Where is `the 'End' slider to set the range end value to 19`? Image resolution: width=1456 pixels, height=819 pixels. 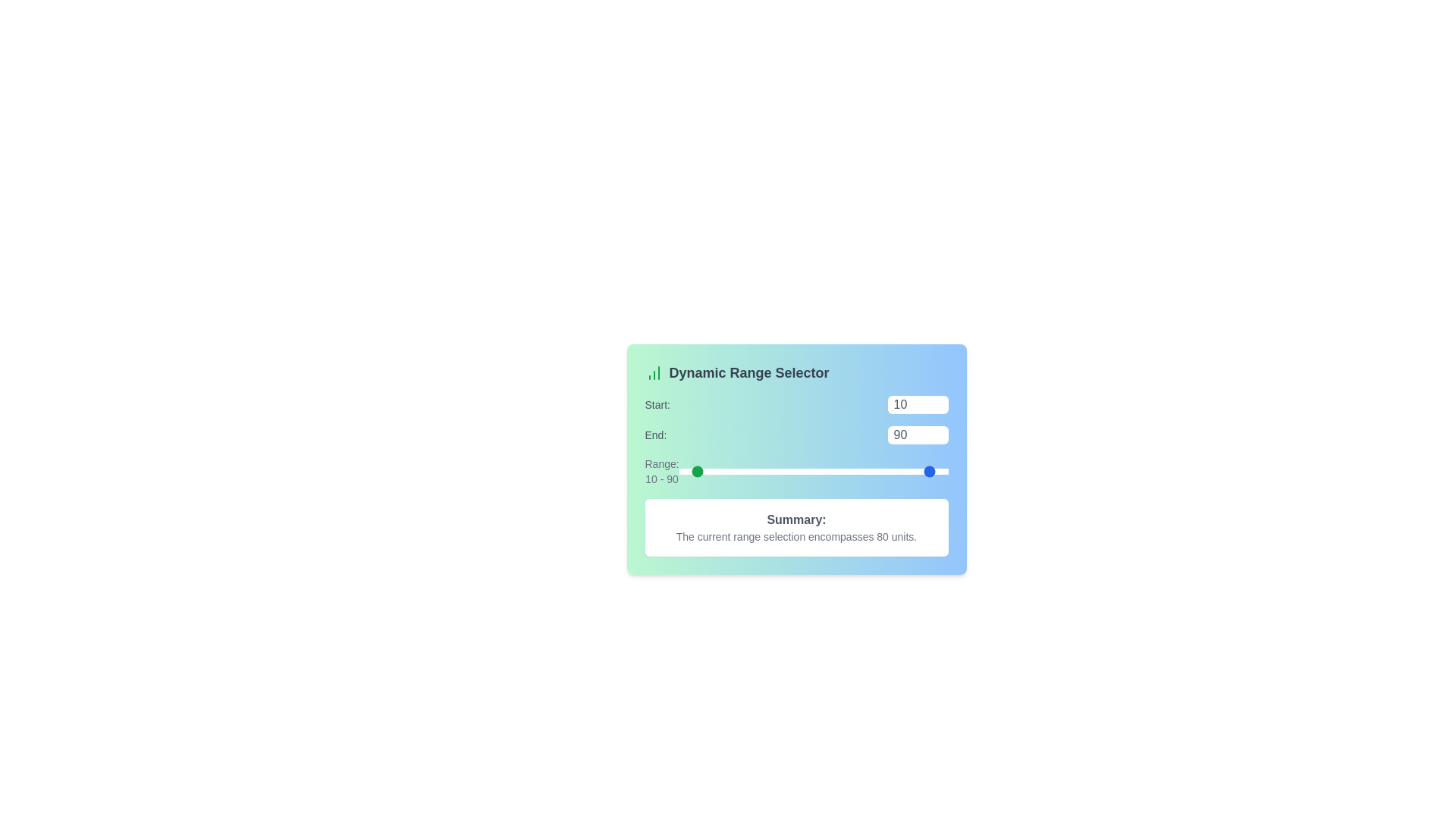
the 'End' slider to set the range end value to 19 is located at coordinates (838, 470).